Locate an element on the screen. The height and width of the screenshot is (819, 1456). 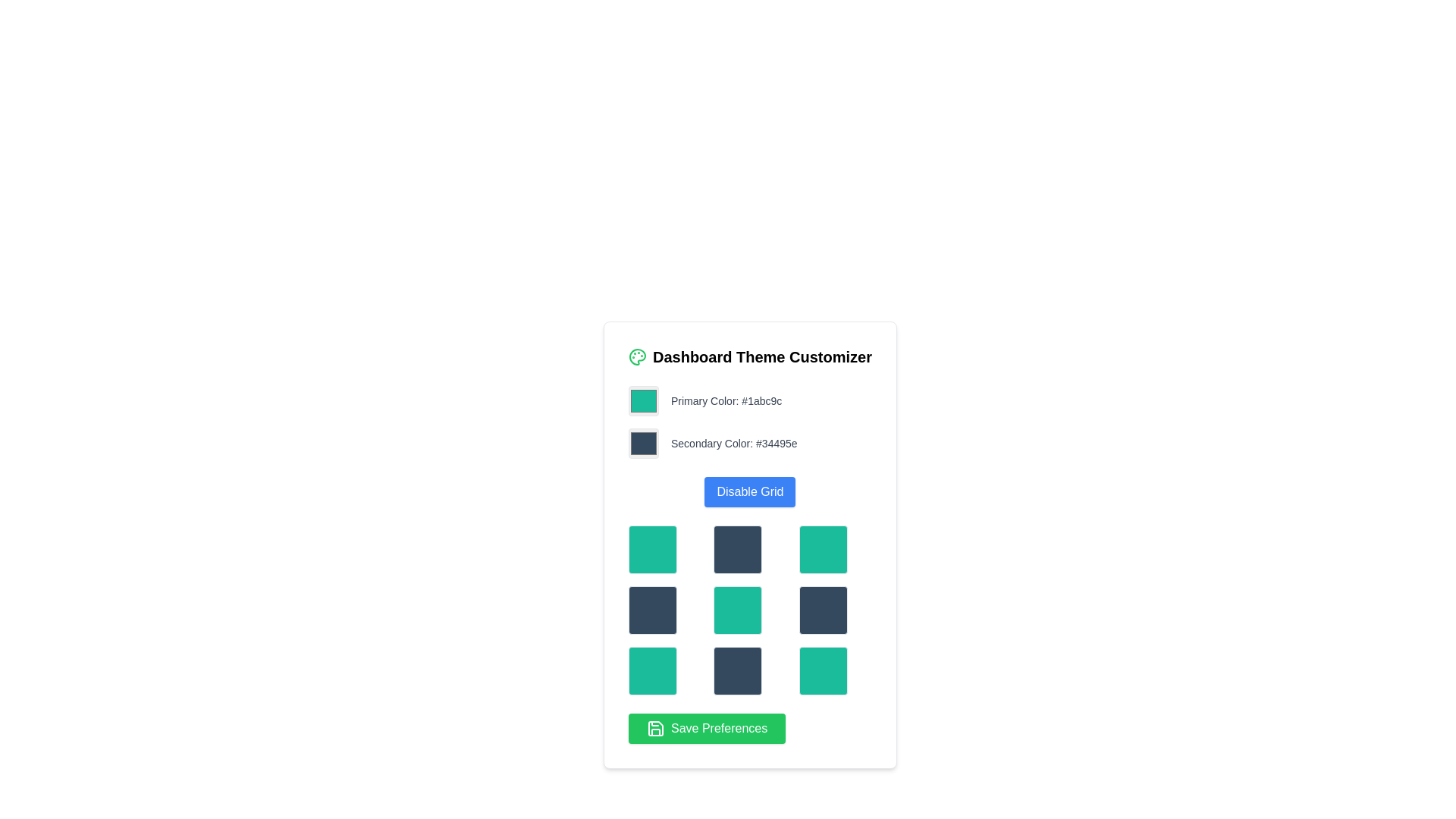
the selectable grid cell located in the middle row and middle column of a 3x3 grid layout is located at coordinates (738, 550).